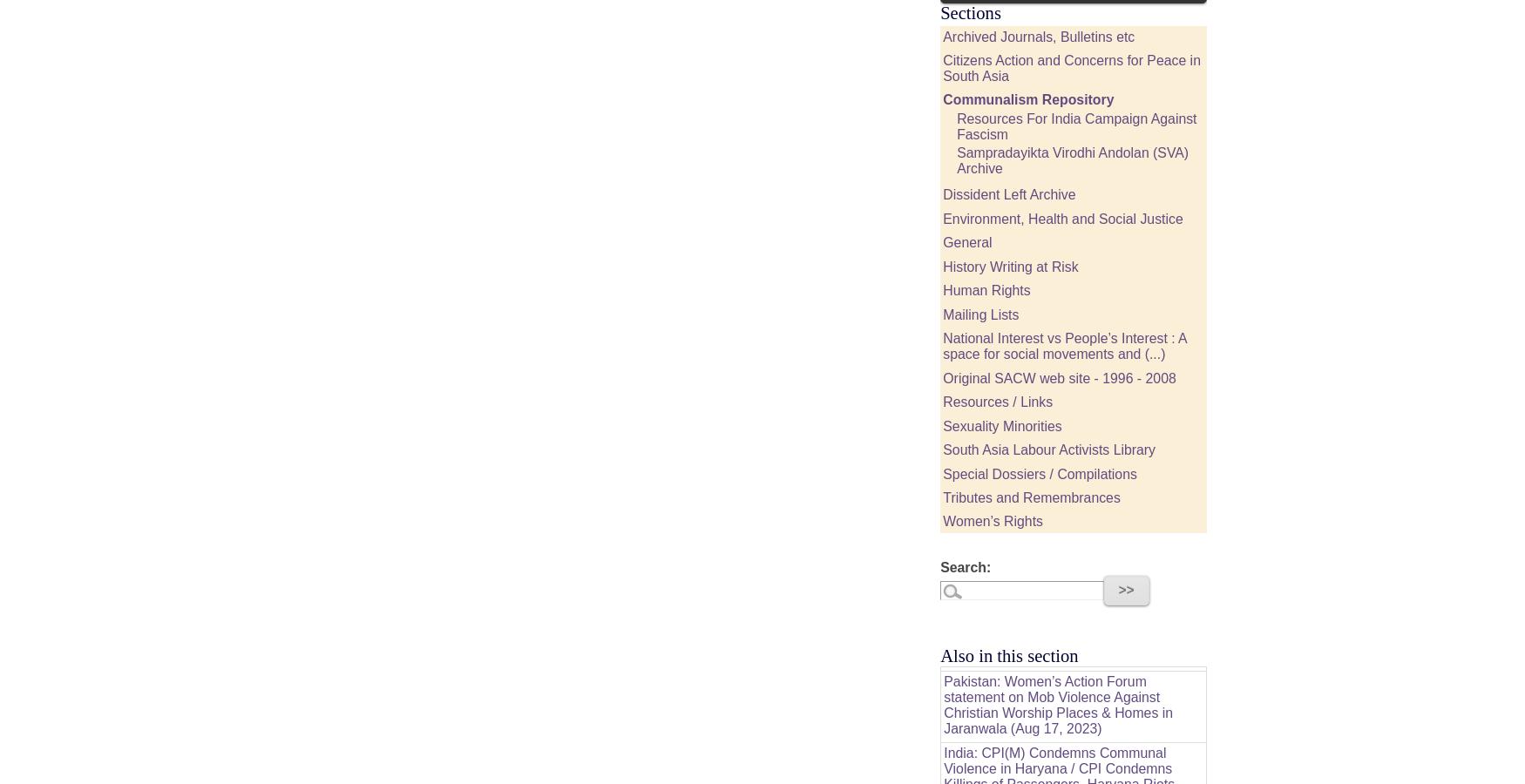 The width and height of the screenshot is (1525, 784). What do you see at coordinates (1038, 35) in the screenshot?
I see `'Archived Journals, Bulletins etc'` at bounding box center [1038, 35].